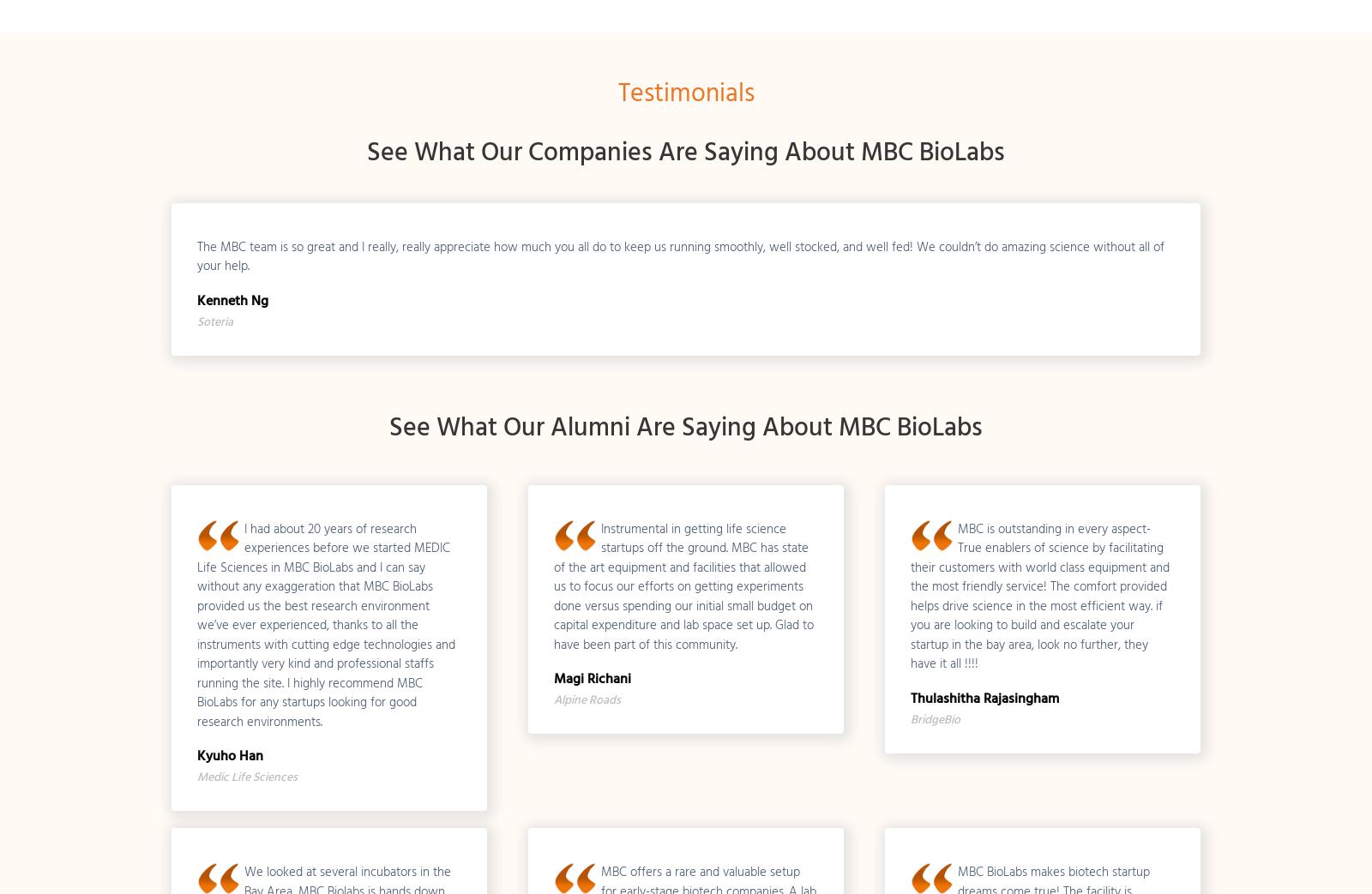  Describe the element at coordinates (388, 426) in the screenshot. I see `'See What Our Alumni Are Saying About MBC BioLabs'` at that location.